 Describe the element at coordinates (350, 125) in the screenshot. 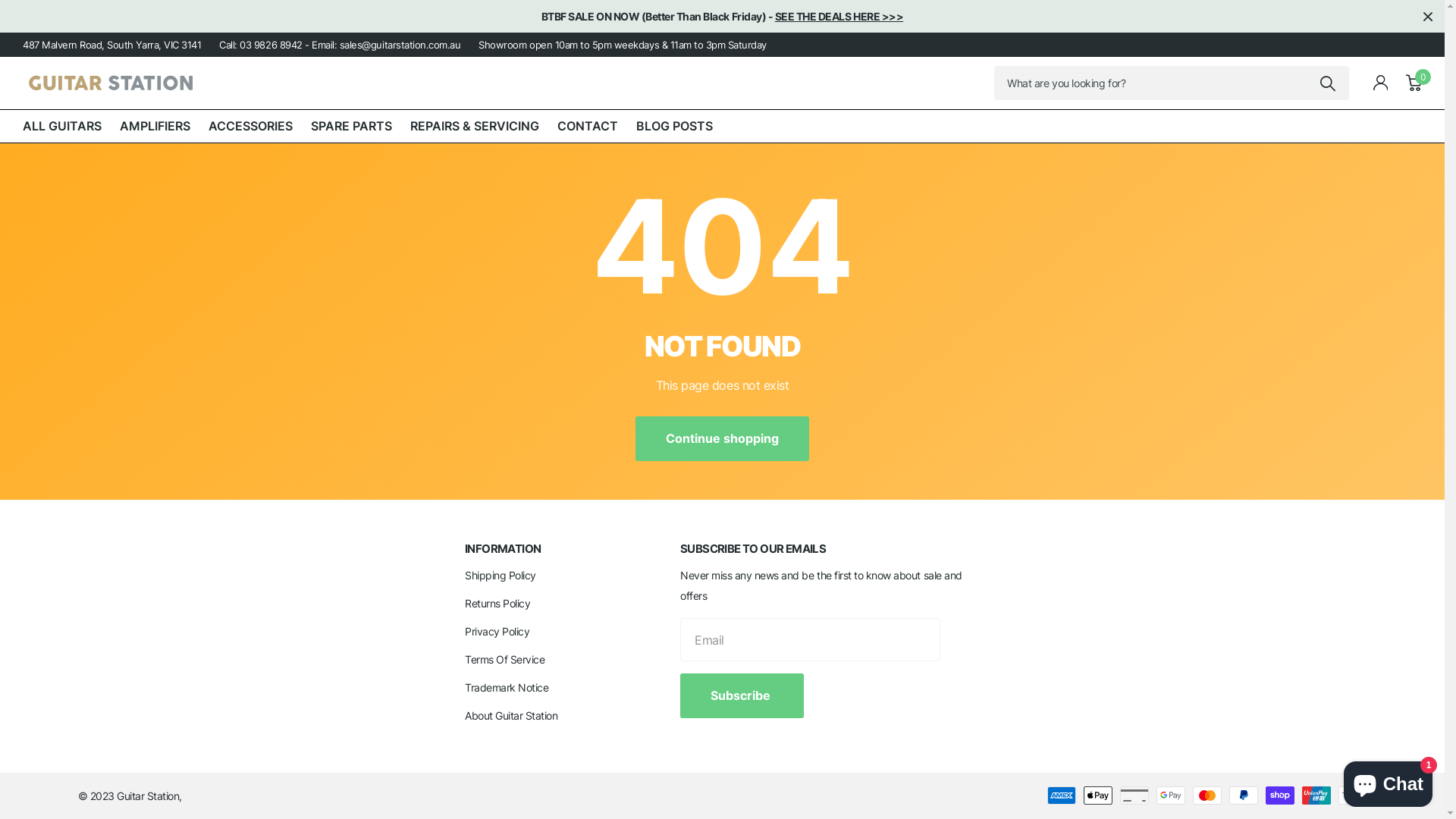

I see `'SPARE PARTS'` at that location.